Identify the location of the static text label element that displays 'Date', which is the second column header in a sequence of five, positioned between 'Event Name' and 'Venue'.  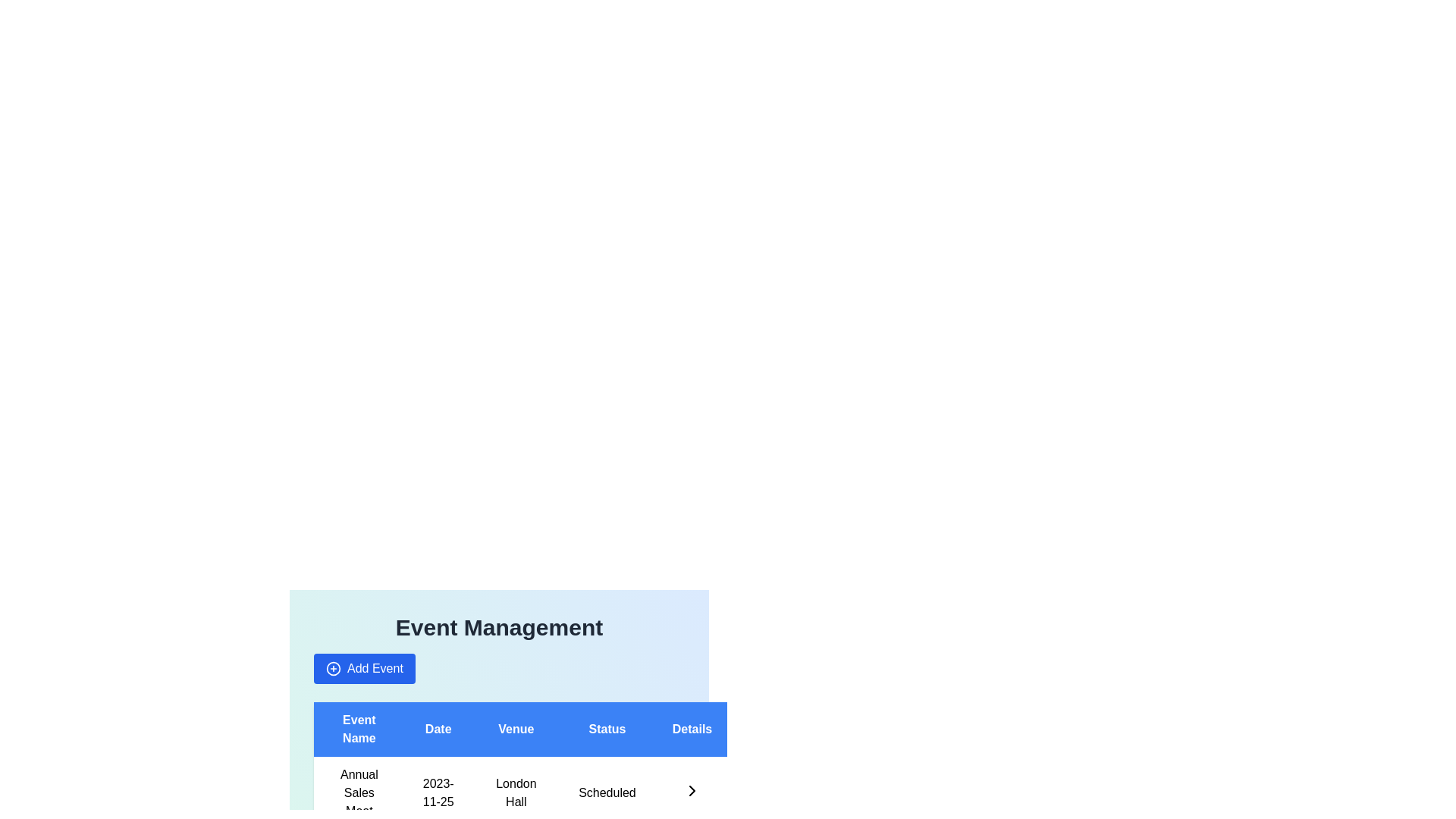
(438, 728).